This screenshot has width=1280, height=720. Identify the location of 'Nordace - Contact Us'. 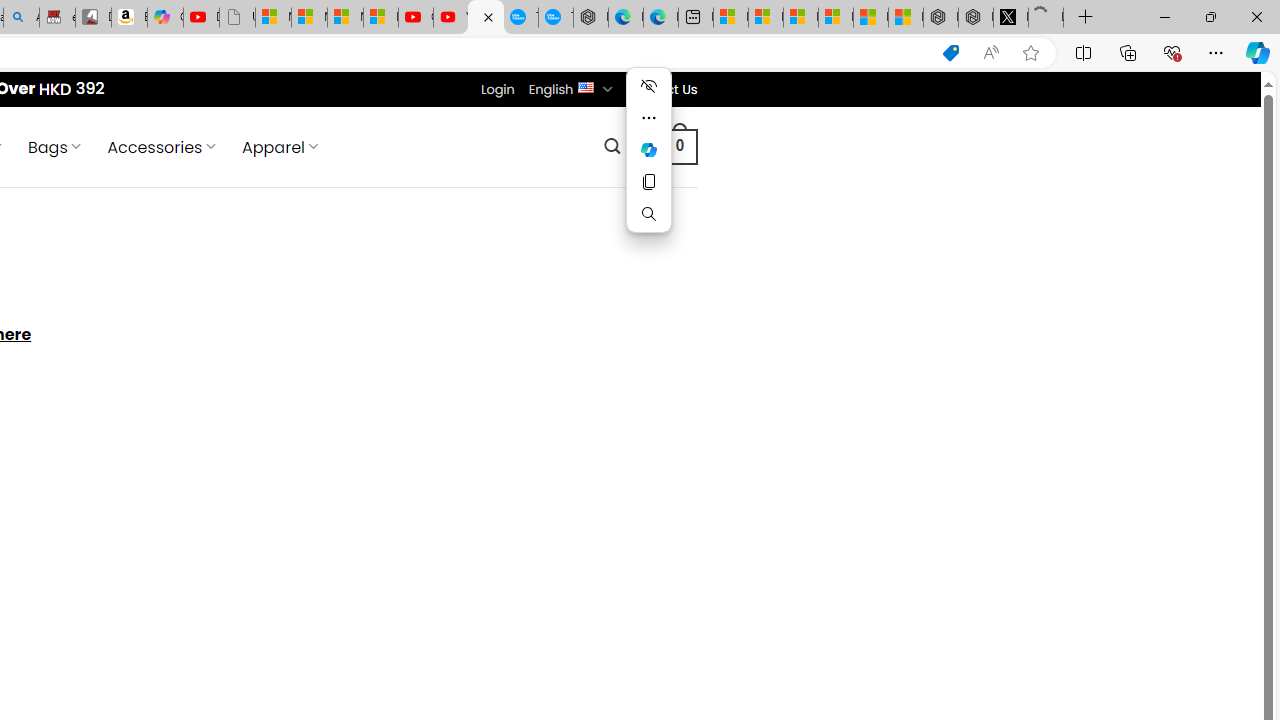
(485, 17).